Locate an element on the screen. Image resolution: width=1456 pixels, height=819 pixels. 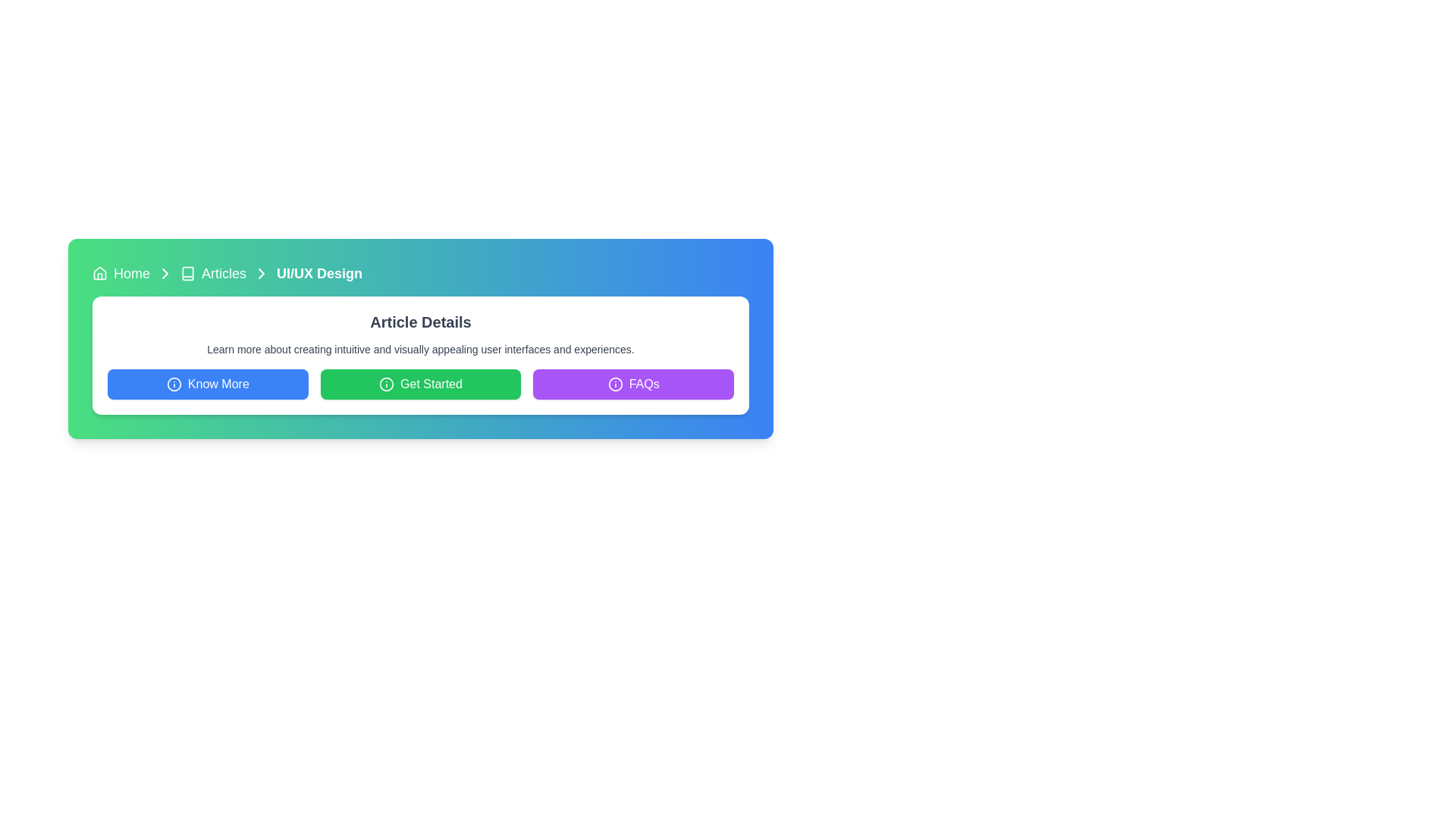
the 'Articles' icon in the breadcrumb navigation bar is located at coordinates (187, 274).